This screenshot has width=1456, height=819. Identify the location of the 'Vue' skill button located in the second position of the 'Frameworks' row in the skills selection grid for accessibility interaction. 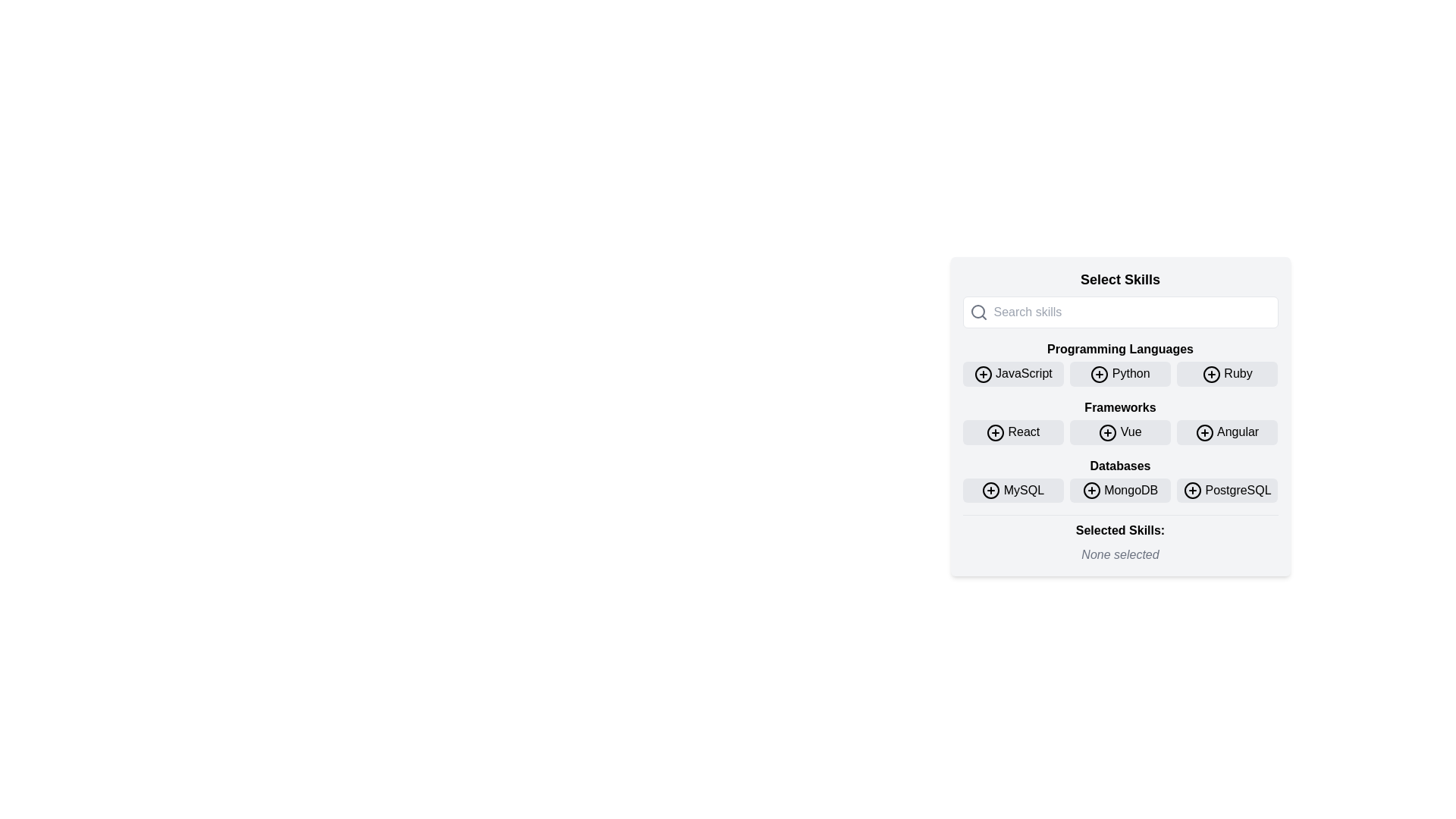
(1120, 432).